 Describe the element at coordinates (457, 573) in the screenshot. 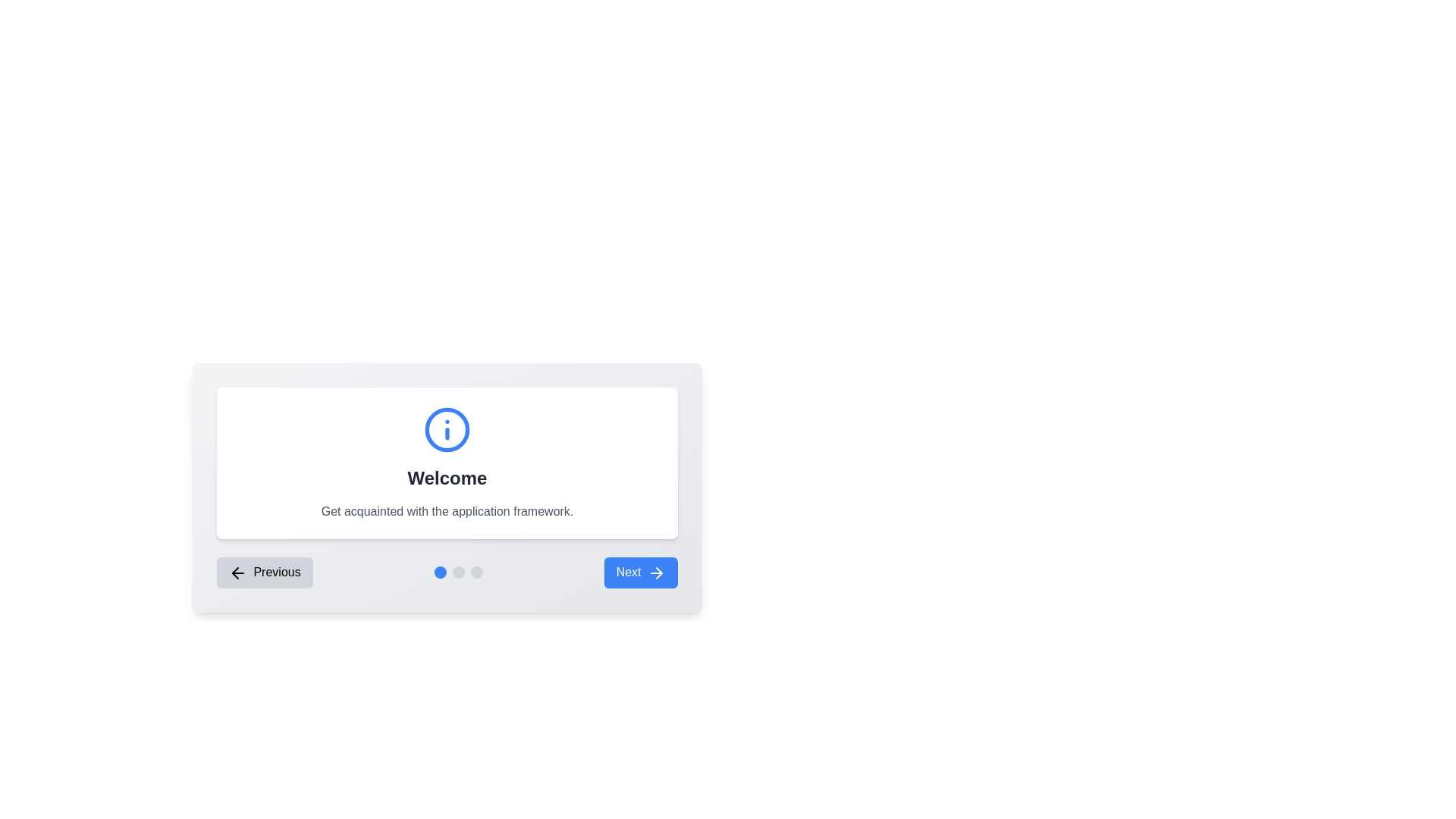

I see `the Progress Indicator Dot that is located centrally at the bottom section of the interface, positioned between a blue circle on the left and a grey circle on the right` at that location.